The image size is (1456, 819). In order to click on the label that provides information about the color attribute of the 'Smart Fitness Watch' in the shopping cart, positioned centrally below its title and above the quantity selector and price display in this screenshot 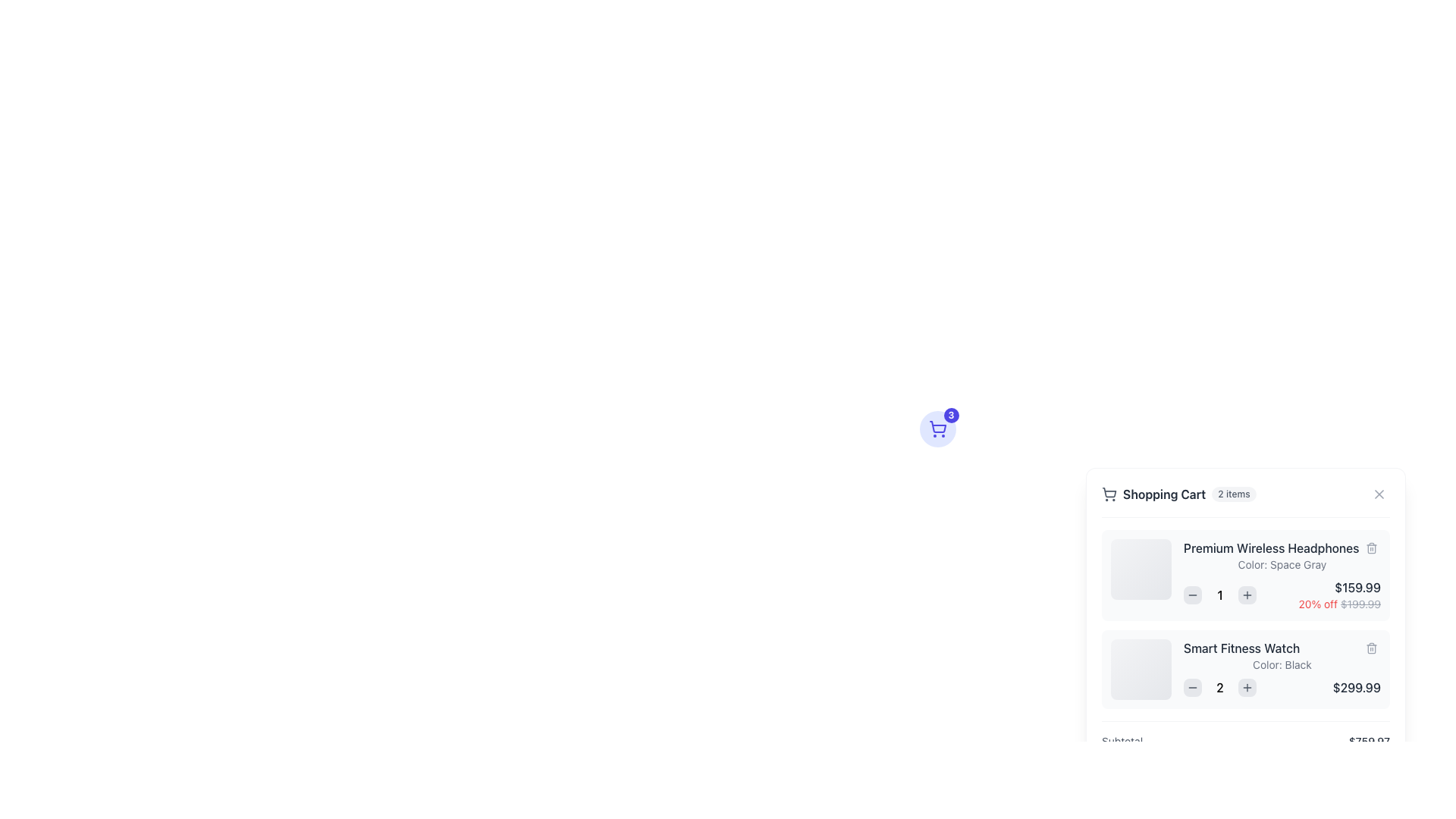, I will do `click(1281, 664)`.